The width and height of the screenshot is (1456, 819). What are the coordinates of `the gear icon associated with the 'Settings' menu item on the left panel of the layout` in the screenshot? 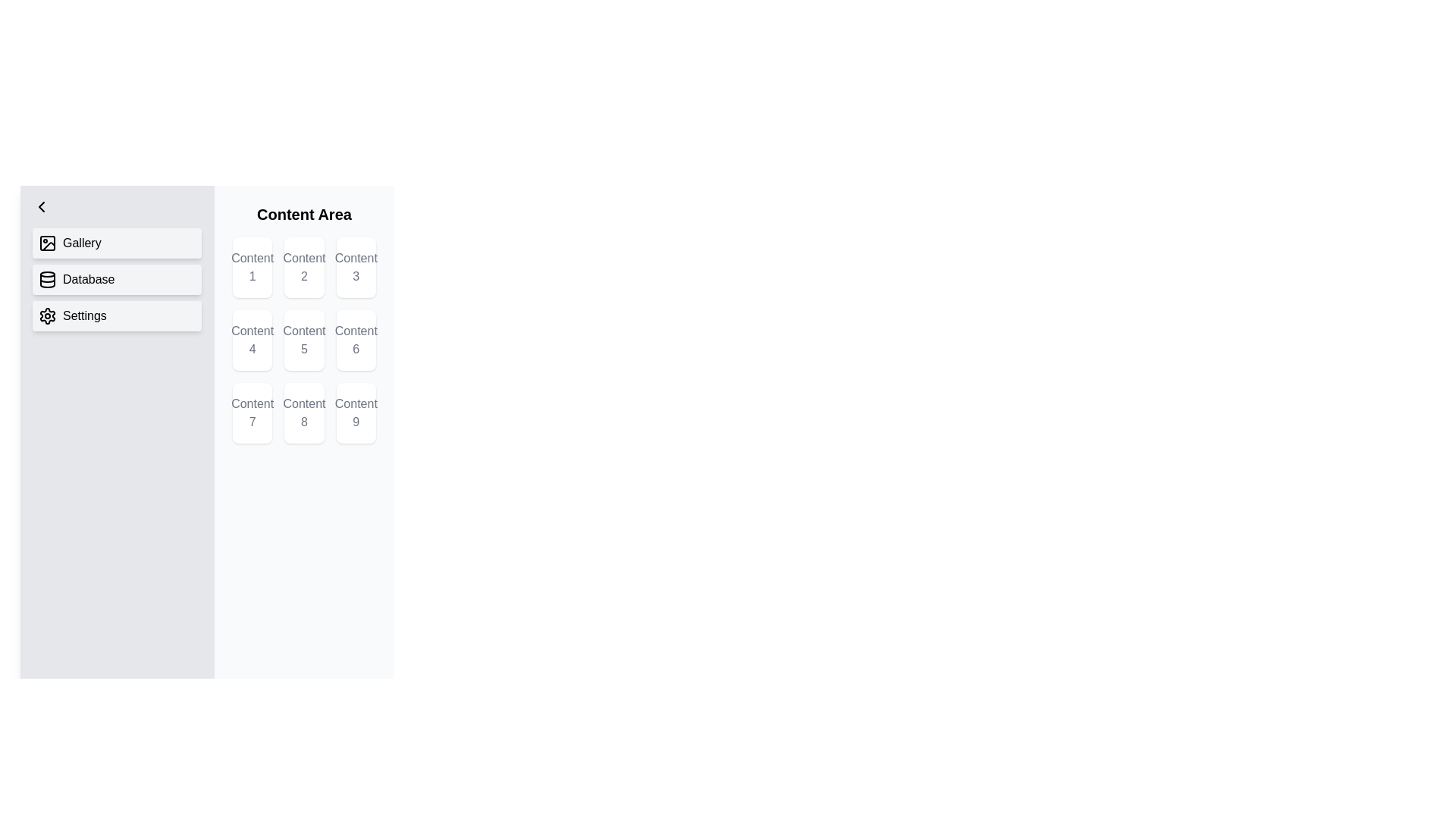 It's located at (47, 315).